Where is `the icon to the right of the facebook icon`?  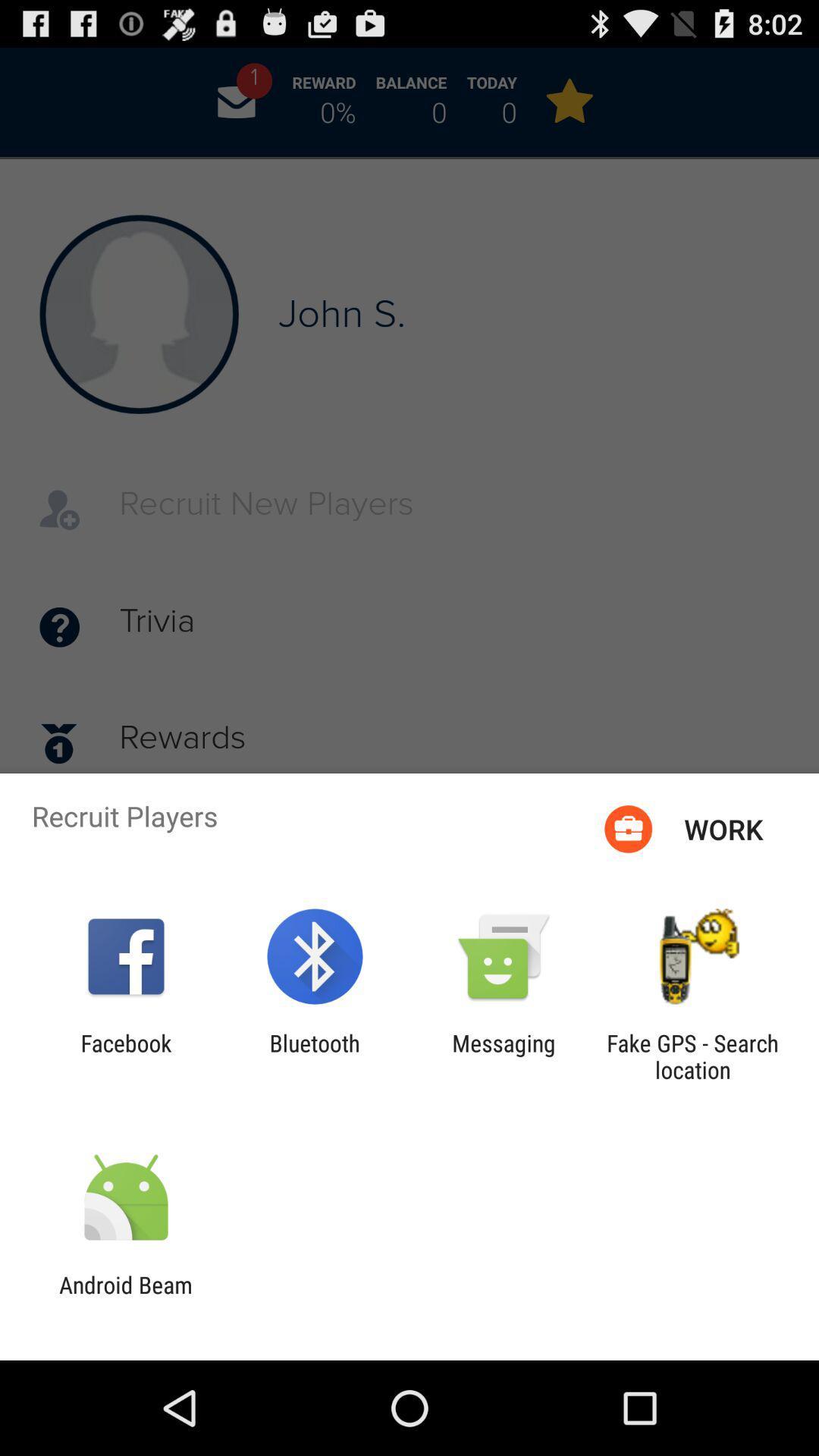
the icon to the right of the facebook icon is located at coordinates (314, 1056).